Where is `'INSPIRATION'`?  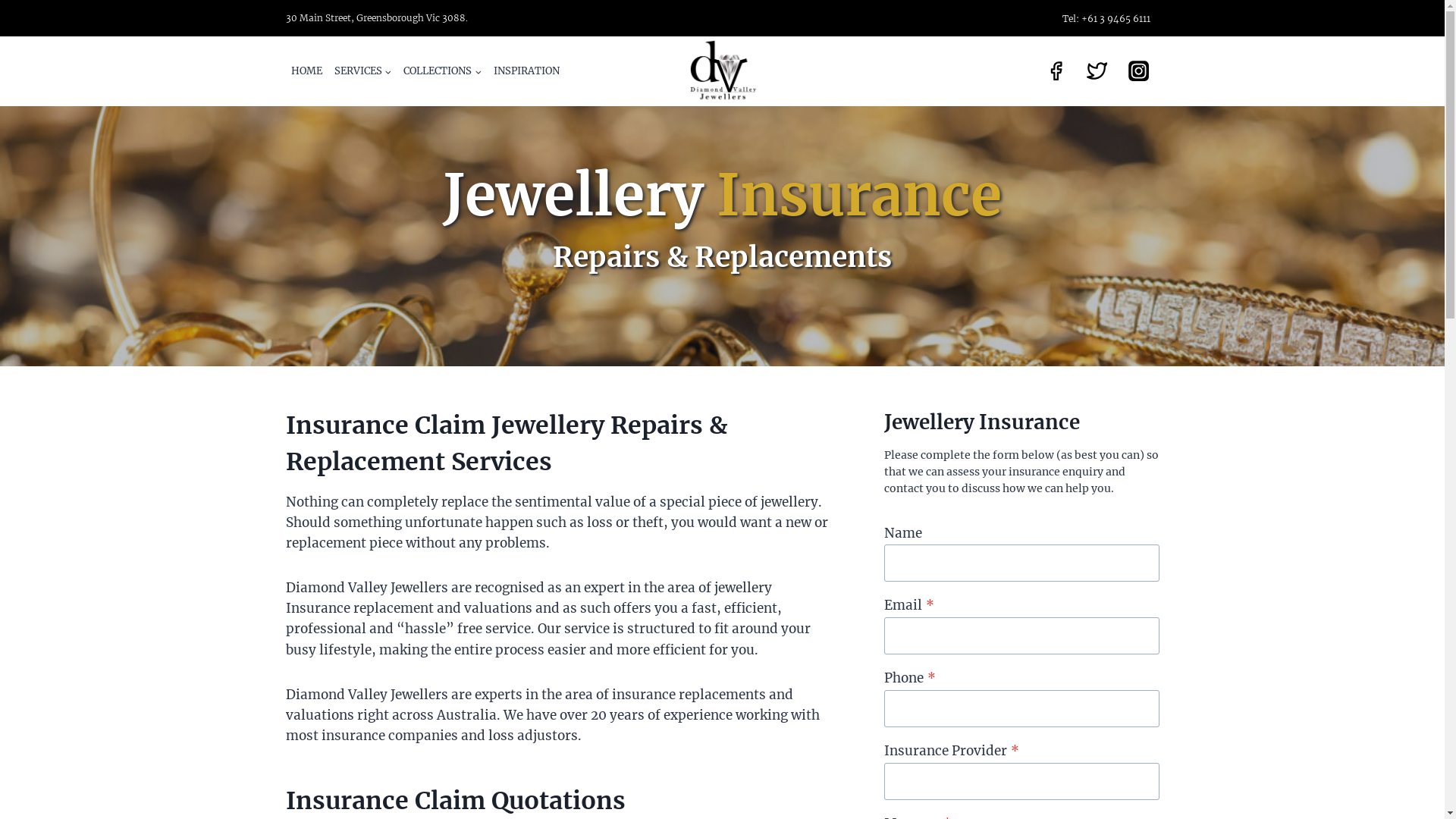 'INSPIRATION' is located at coordinates (526, 71).